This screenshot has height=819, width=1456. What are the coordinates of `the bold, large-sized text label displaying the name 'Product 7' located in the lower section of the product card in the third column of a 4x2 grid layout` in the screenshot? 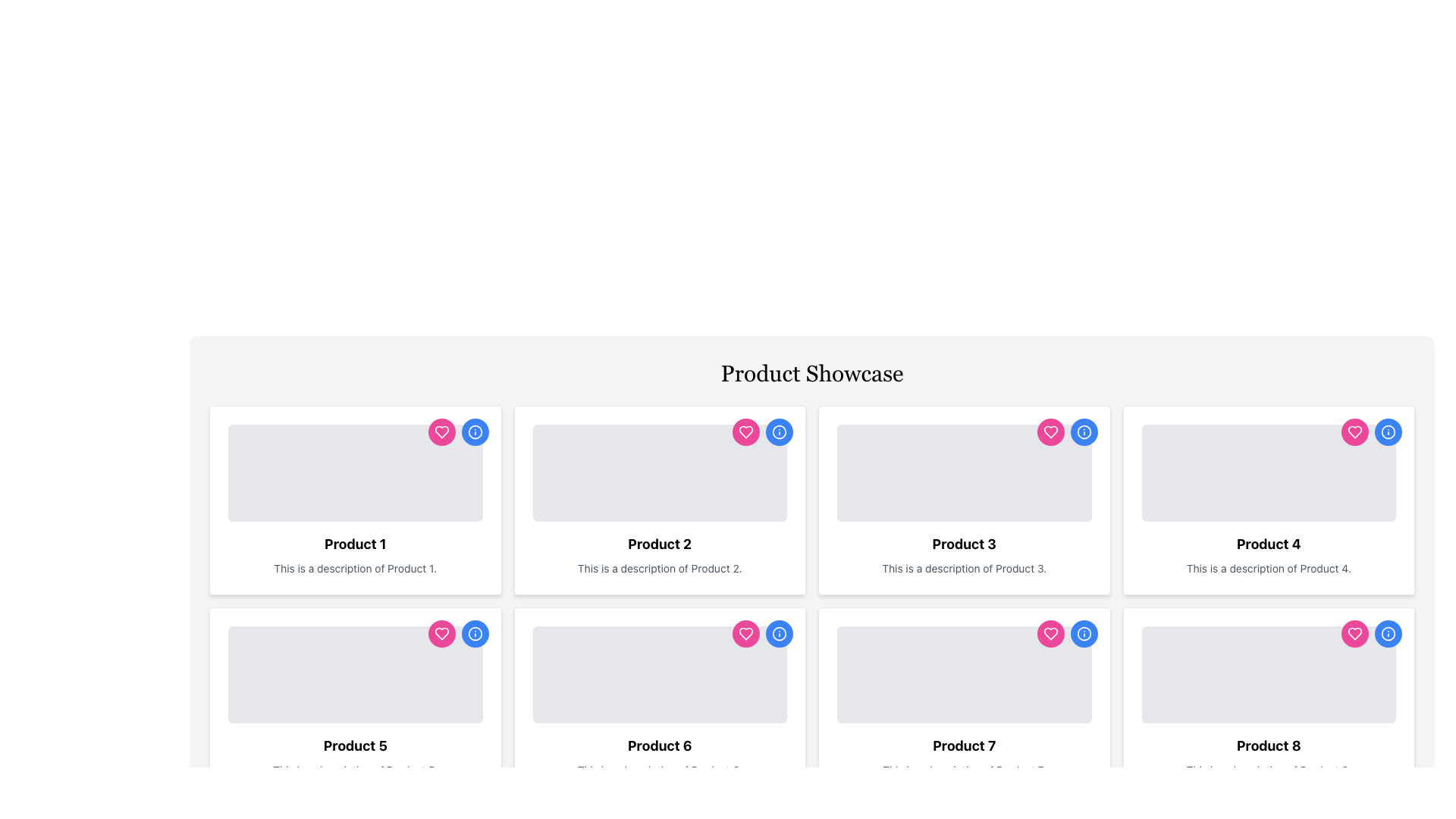 It's located at (963, 745).